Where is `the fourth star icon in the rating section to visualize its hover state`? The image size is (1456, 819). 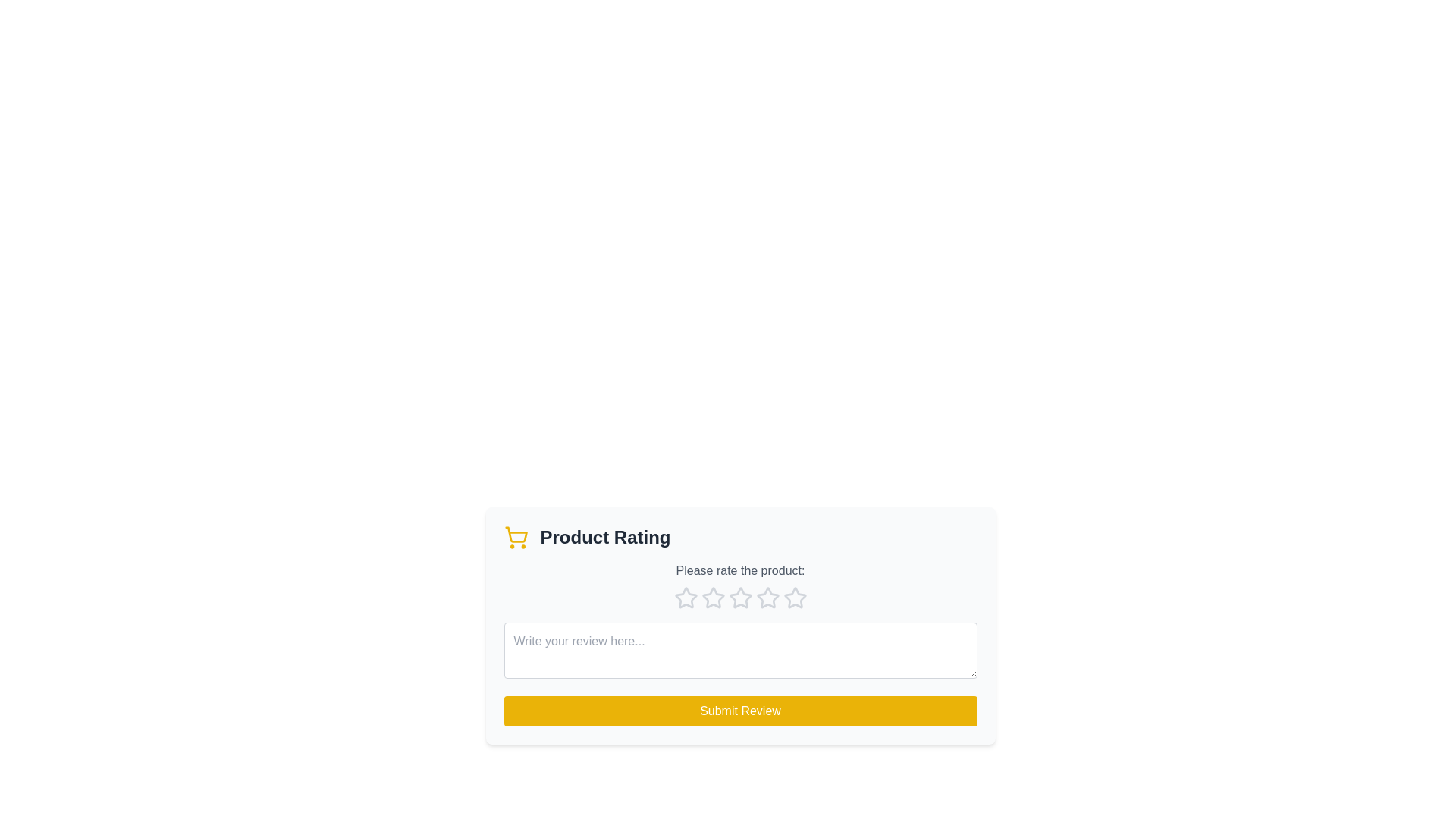
the fourth star icon in the rating section to visualize its hover state is located at coordinates (794, 597).